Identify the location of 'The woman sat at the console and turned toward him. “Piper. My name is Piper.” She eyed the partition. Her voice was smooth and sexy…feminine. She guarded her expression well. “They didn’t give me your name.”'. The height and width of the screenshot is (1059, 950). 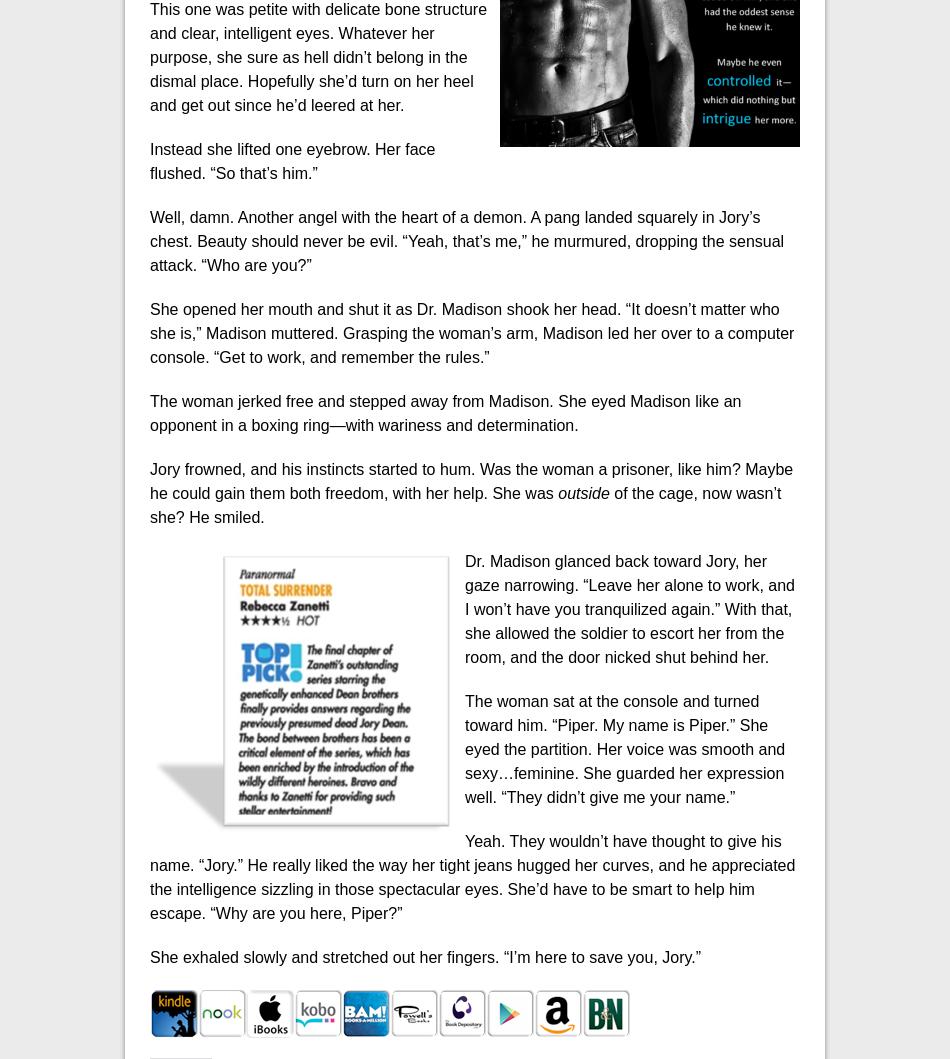
(625, 747).